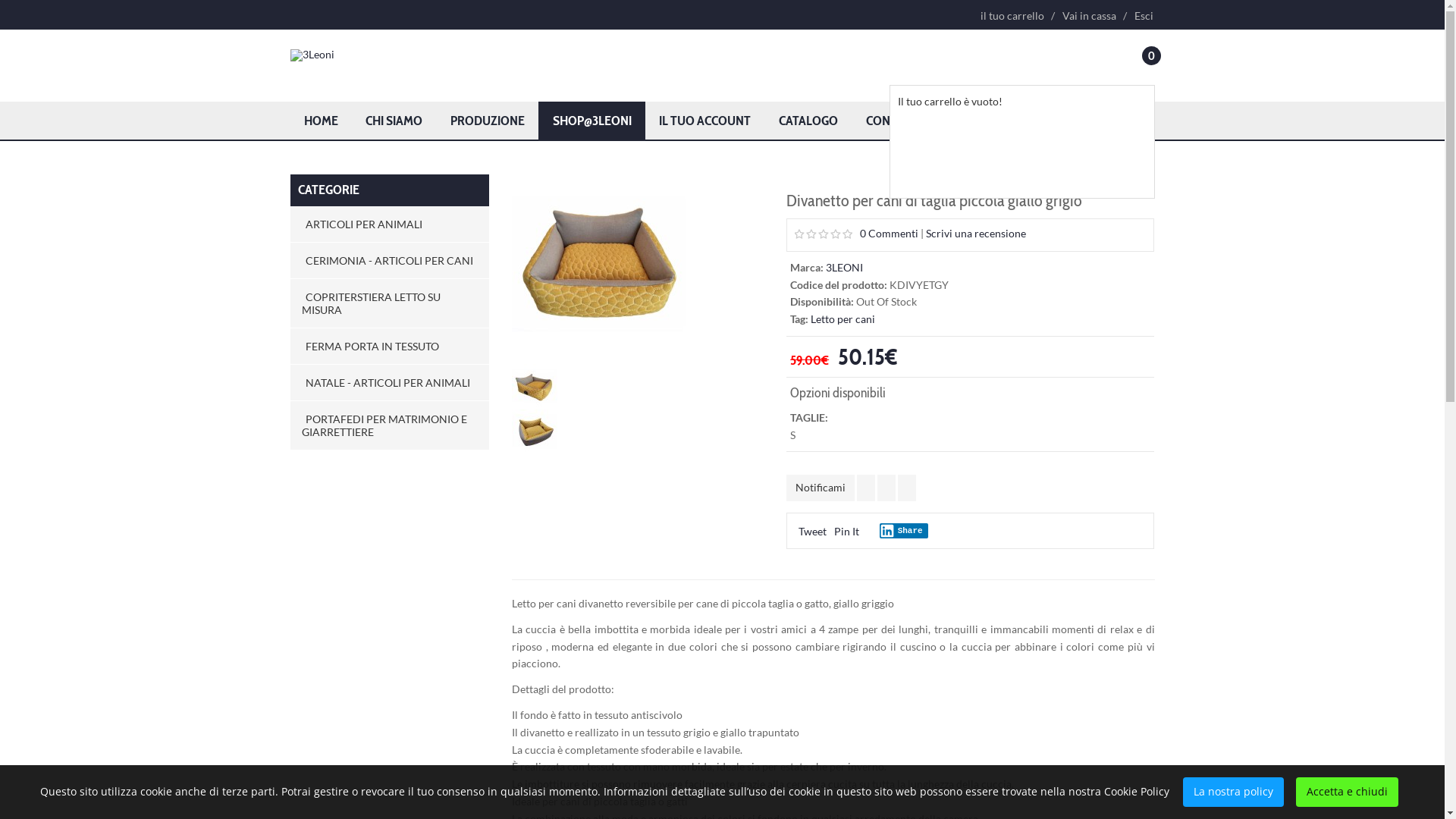 This screenshot has width=1456, height=819. I want to click on 'Esci', so click(1140, 15).